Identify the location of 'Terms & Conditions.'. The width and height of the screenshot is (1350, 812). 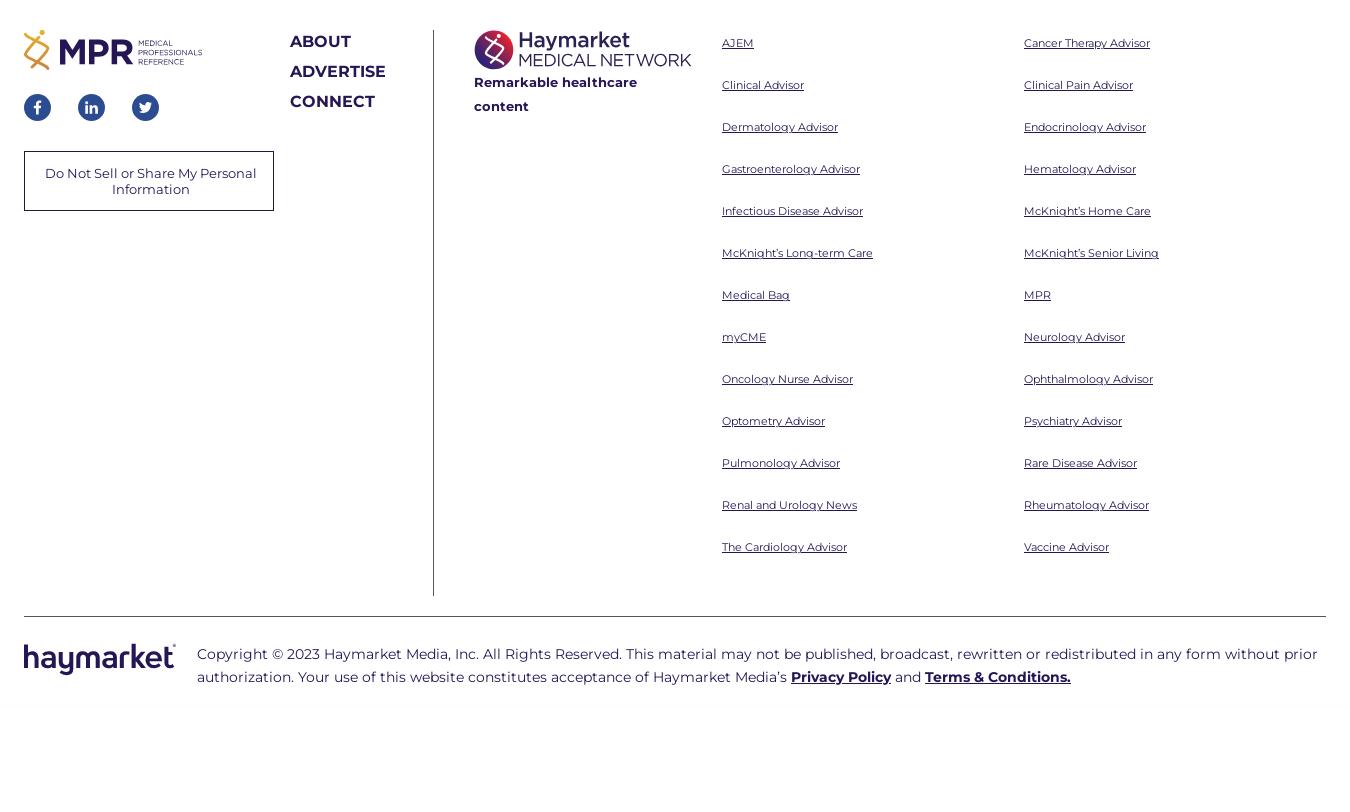
(997, 403).